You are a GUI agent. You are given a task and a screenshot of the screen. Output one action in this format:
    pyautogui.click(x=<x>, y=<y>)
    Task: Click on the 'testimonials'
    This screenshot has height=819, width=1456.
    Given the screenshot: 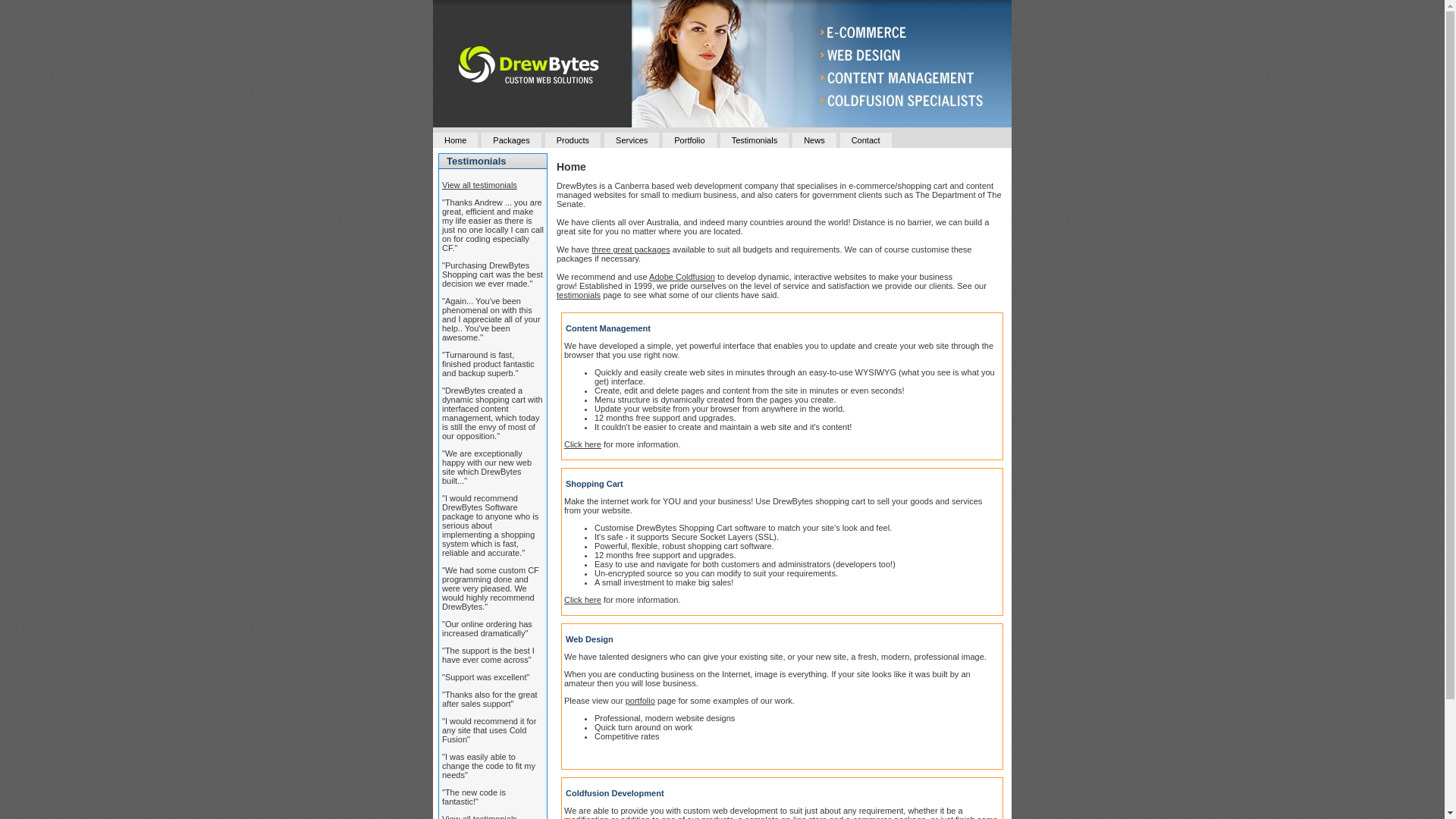 What is the action you would take?
    pyautogui.click(x=578, y=295)
    